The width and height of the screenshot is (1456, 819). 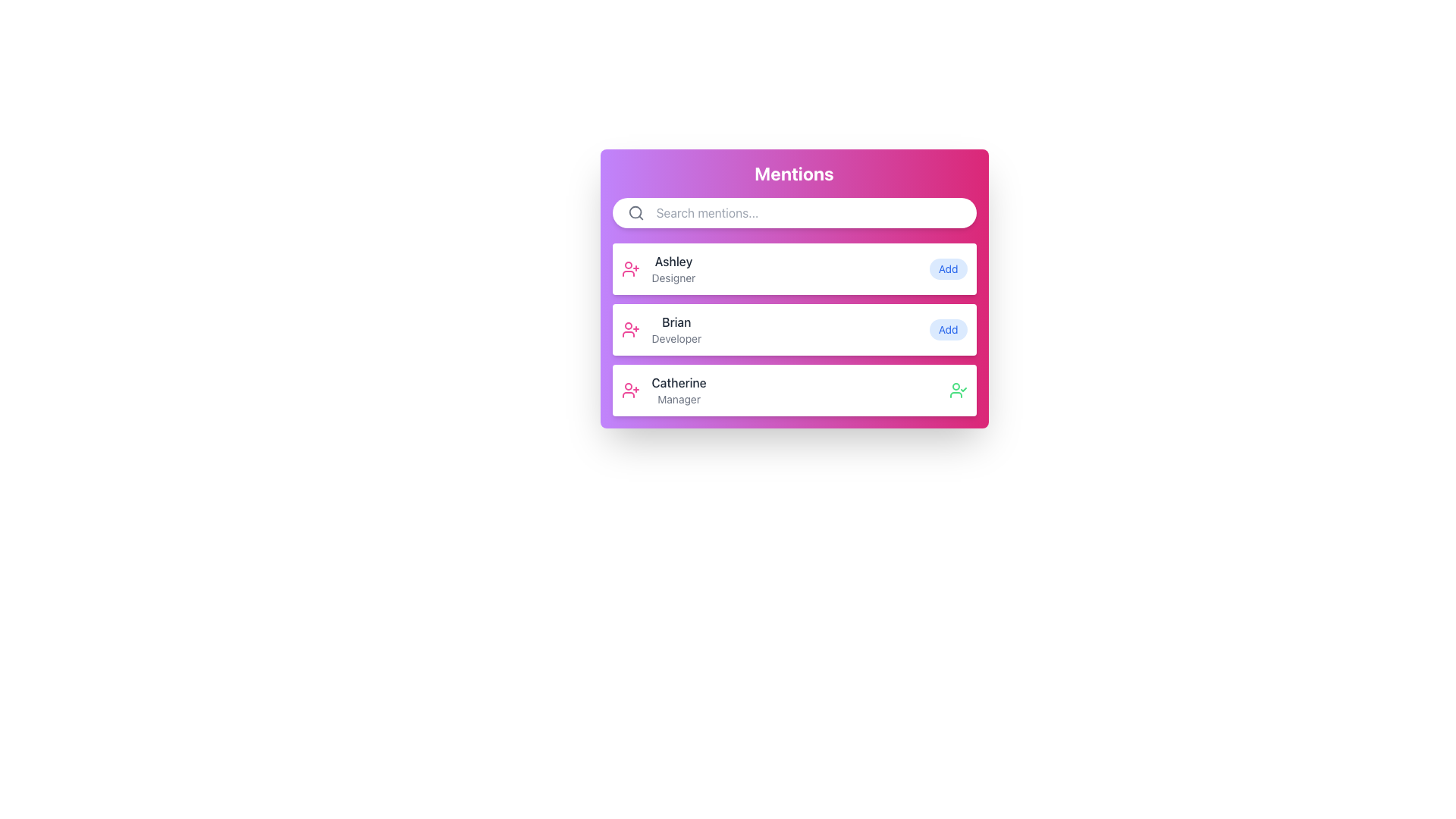 I want to click on the leftmost icon in the card for 'Brian', the second card in the list, so click(x=630, y=329).